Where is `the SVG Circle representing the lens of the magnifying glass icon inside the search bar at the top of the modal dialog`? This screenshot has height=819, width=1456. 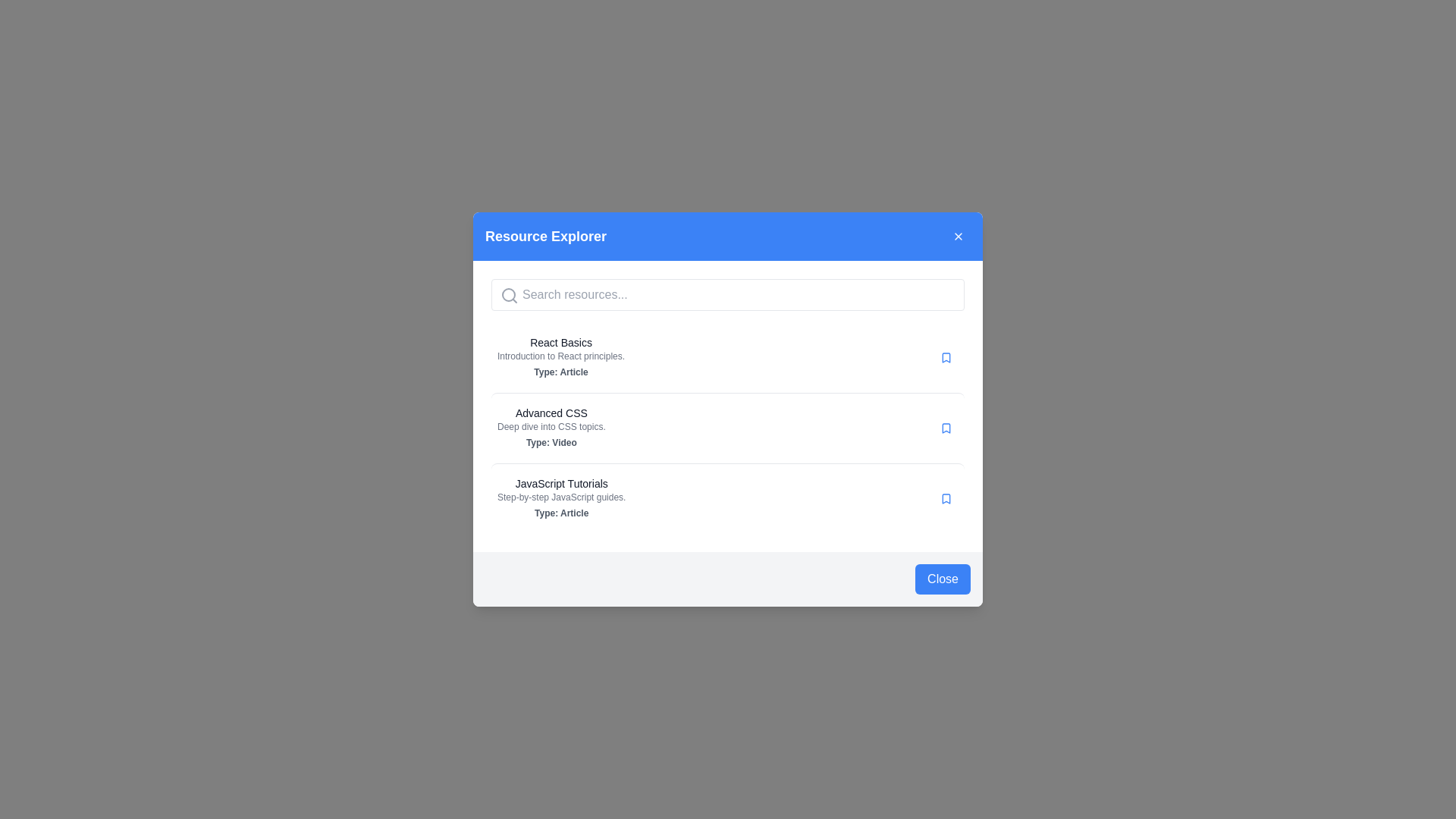 the SVG Circle representing the lens of the magnifying glass icon inside the search bar at the top of the modal dialog is located at coordinates (509, 295).